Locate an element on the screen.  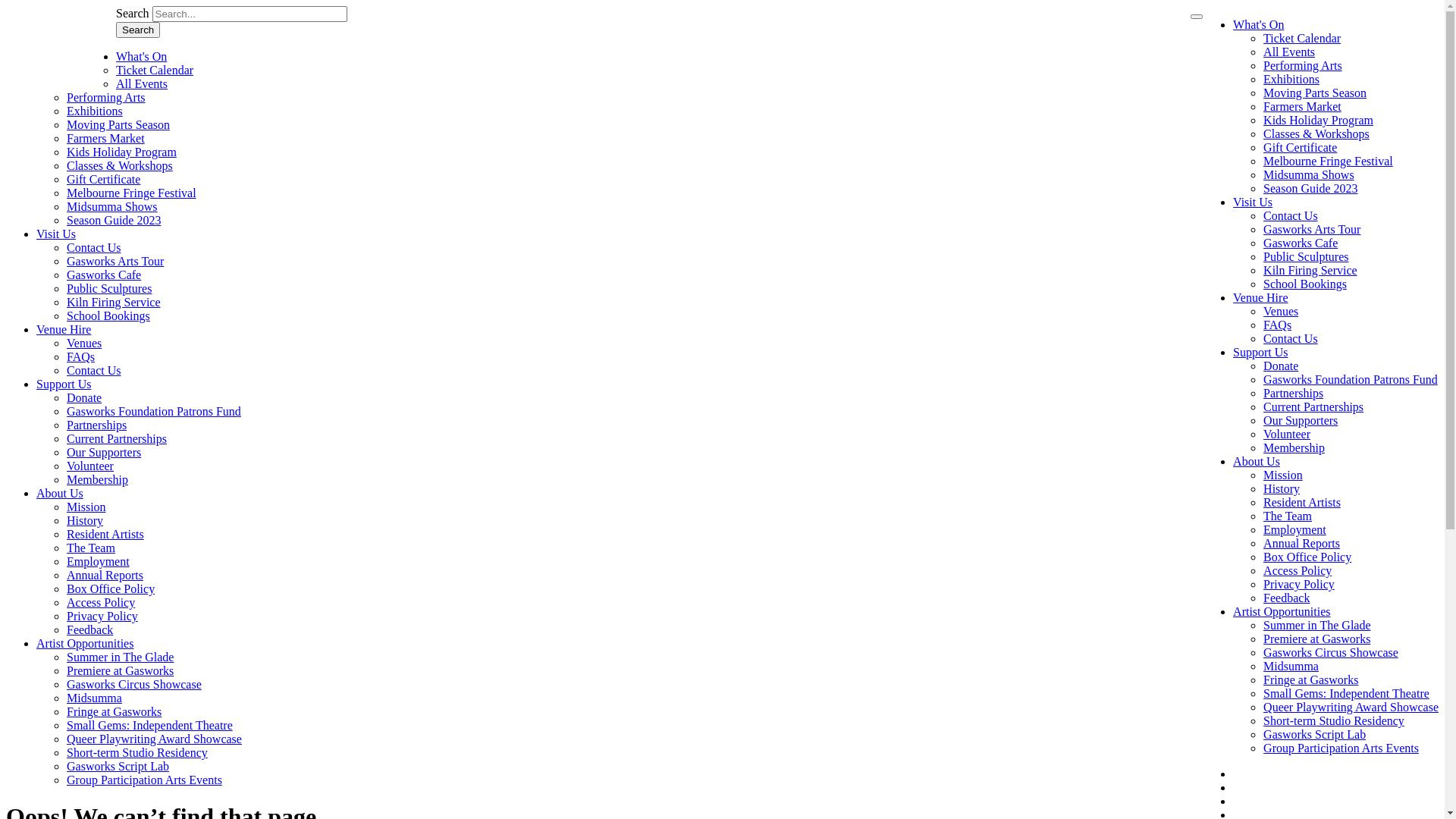
'Volunteer' is located at coordinates (89, 465).